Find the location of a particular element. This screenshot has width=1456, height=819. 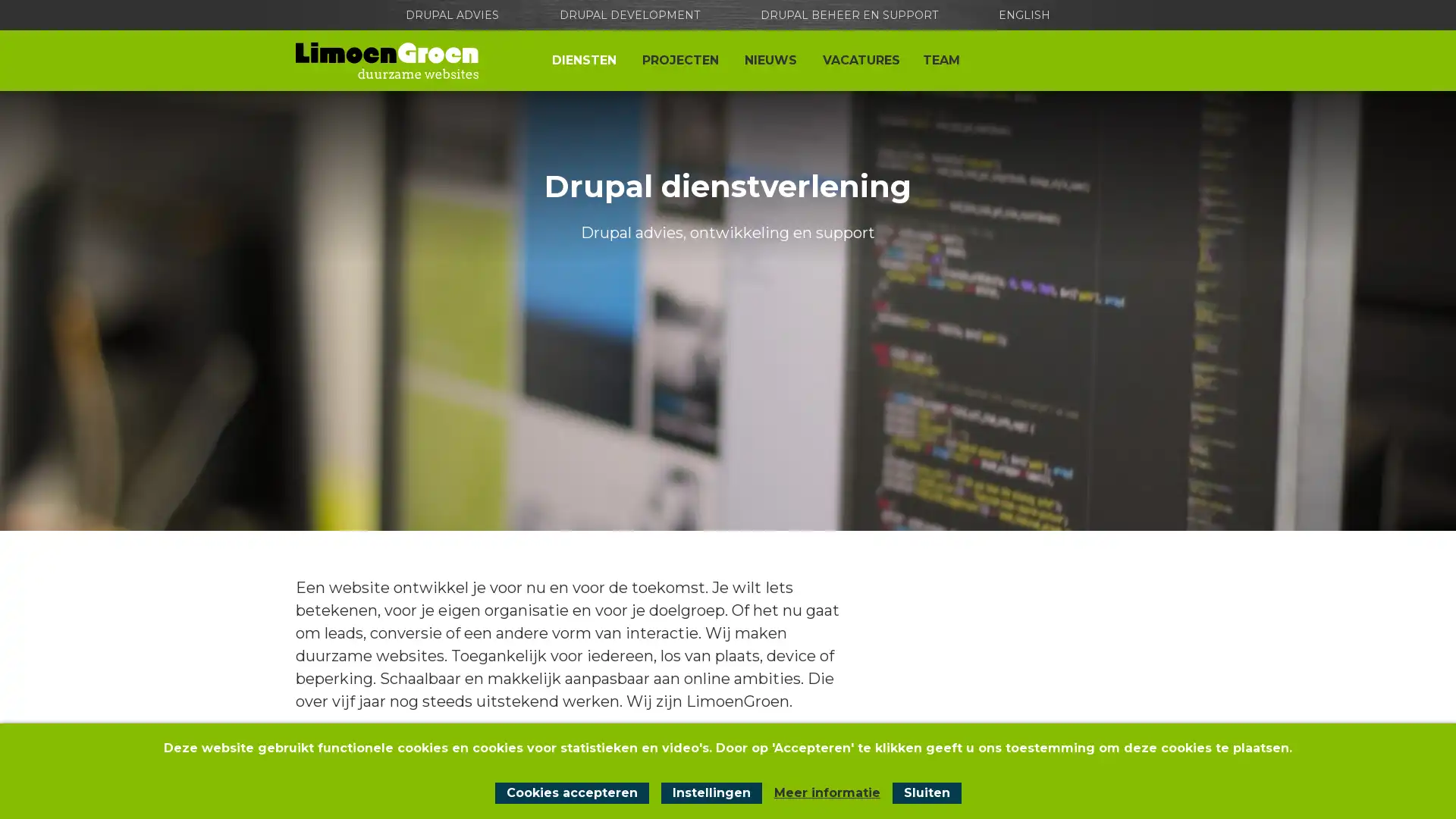

Sluit cookiemelding is located at coordinates (925, 792).